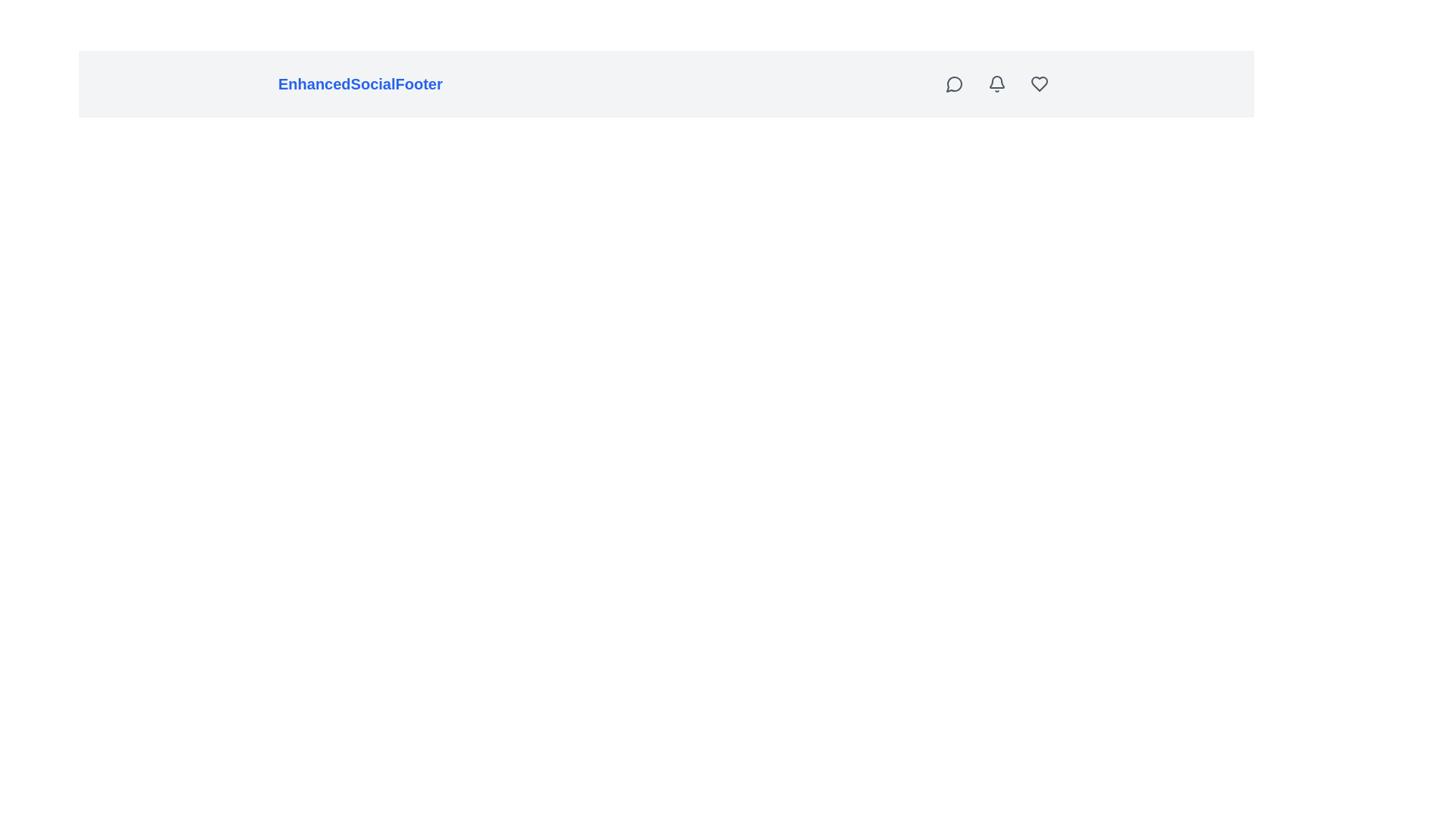 The image size is (1456, 819). What do you see at coordinates (1039, 84) in the screenshot?
I see `the fourth icon from the left, which is a gray outlined heart-shaped icon` at bounding box center [1039, 84].